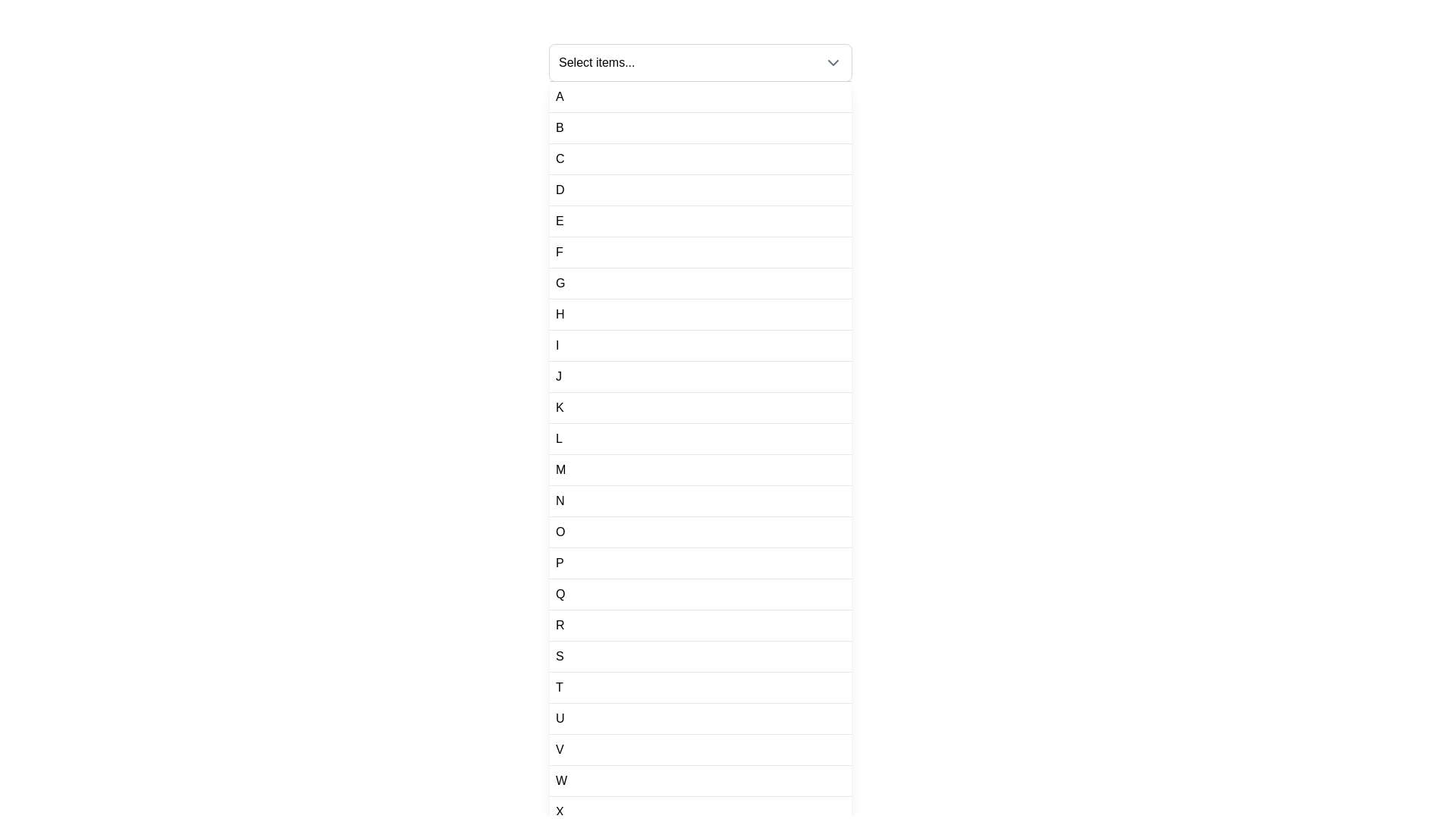 Image resolution: width=1456 pixels, height=819 pixels. I want to click on the list item containing the letter 'H', which is the 8th option in a vertical alphabetical list, so click(700, 314).